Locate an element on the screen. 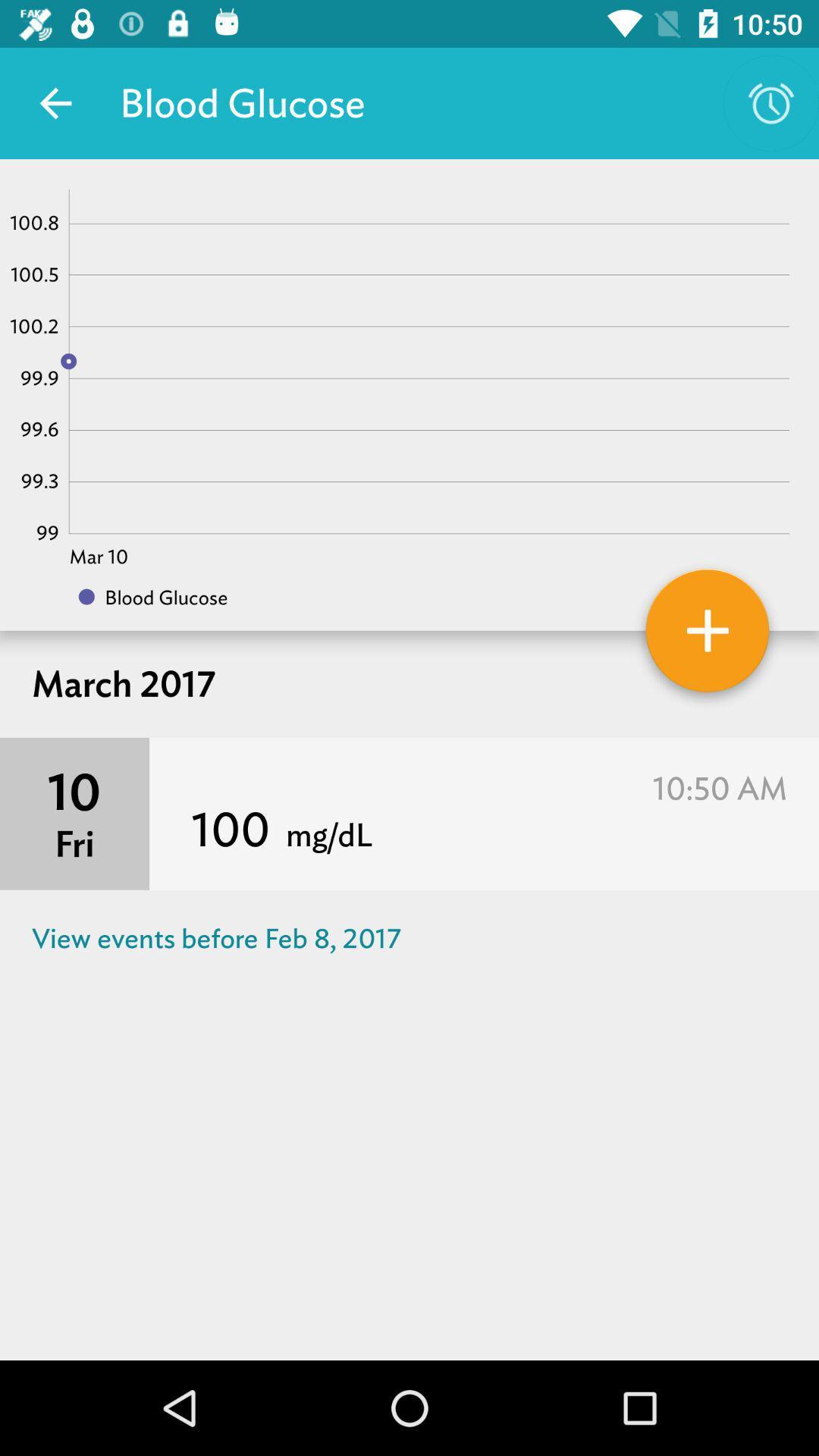 This screenshot has height=1456, width=819. the add icon is located at coordinates (708, 636).